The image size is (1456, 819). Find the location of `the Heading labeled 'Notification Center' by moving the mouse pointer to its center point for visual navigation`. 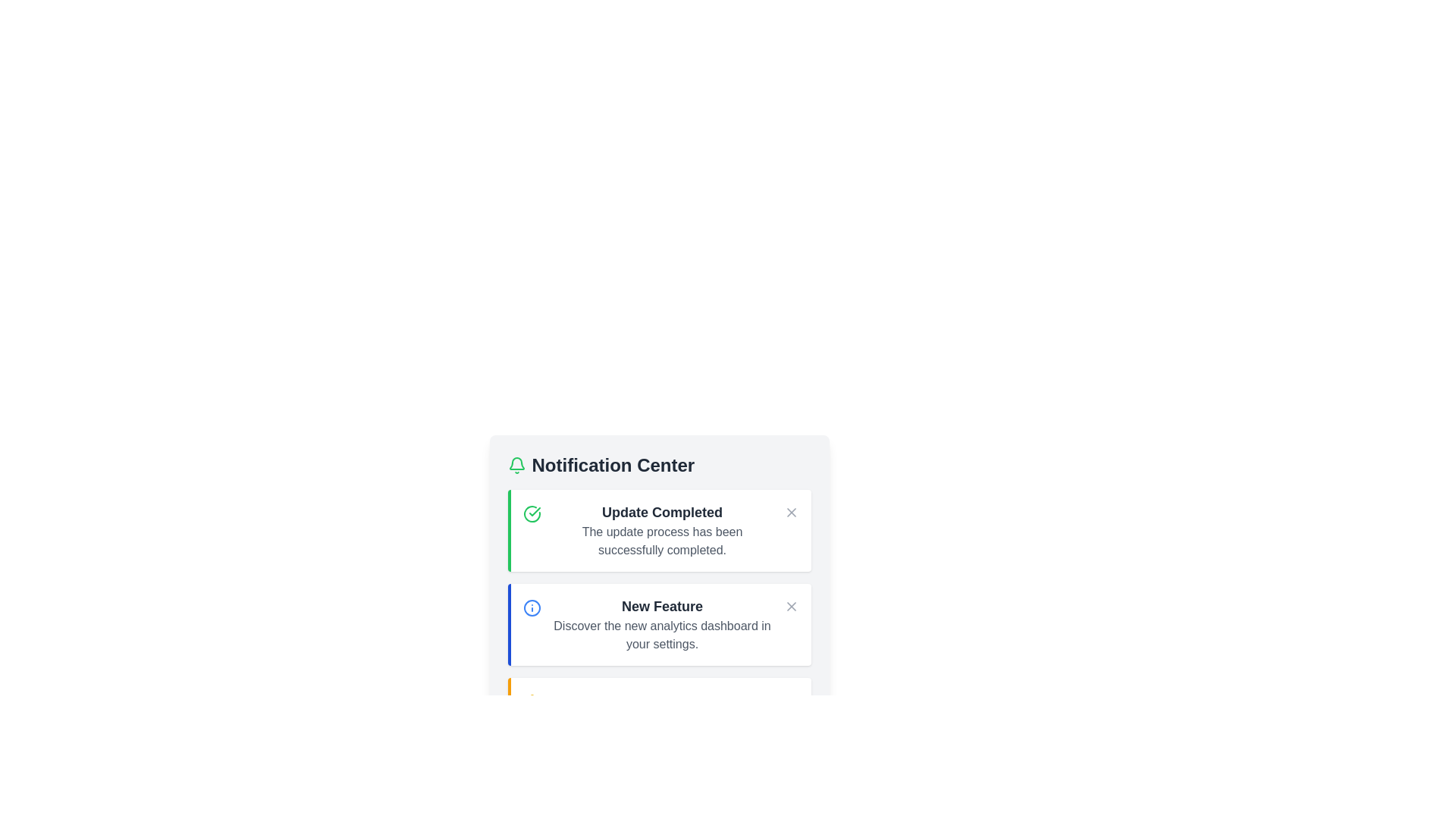

the Heading labeled 'Notification Center' by moving the mouse pointer to its center point for visual navigation is located at coordinates (613, 464).